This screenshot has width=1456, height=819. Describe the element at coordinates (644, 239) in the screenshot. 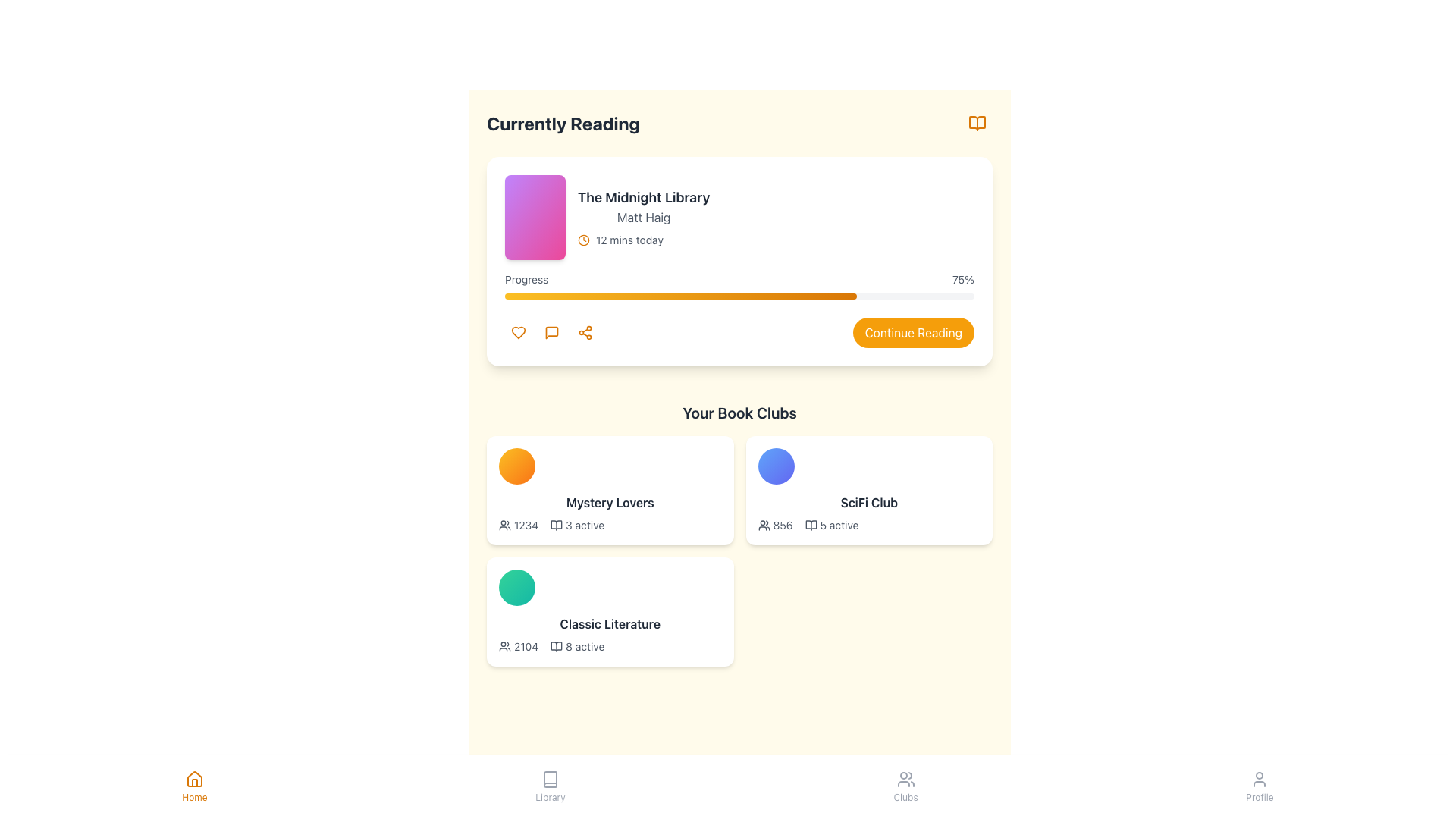

I see `the Icon and Label Pair that features a clock icon with an amber-colored stroke and the text '12 mins today' in gray, located in the 'Currently Reading' section under 'The Midnight Library' by 'Matt Haig'` at that location.